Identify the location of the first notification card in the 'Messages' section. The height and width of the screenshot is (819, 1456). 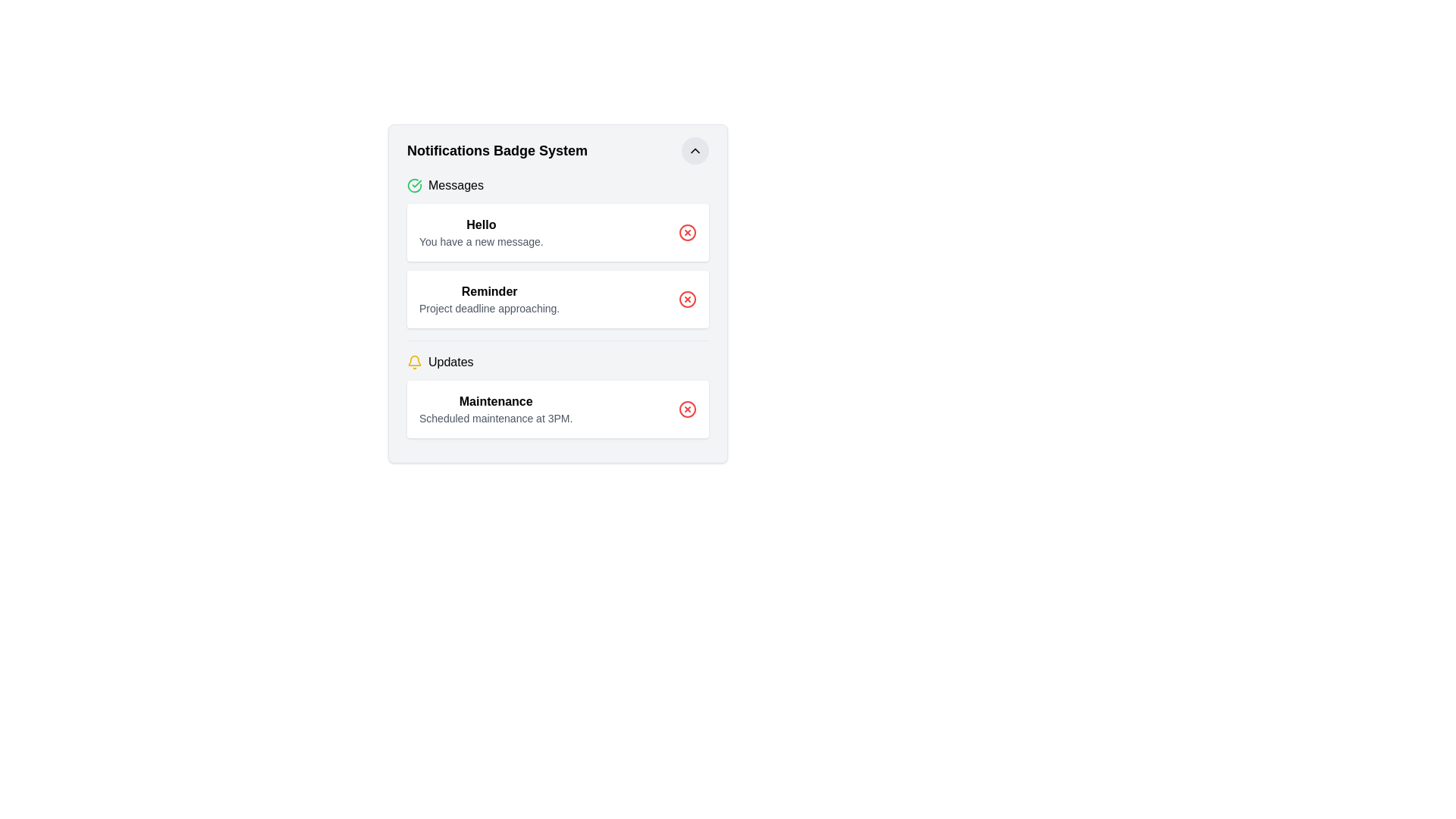
(557, 233).